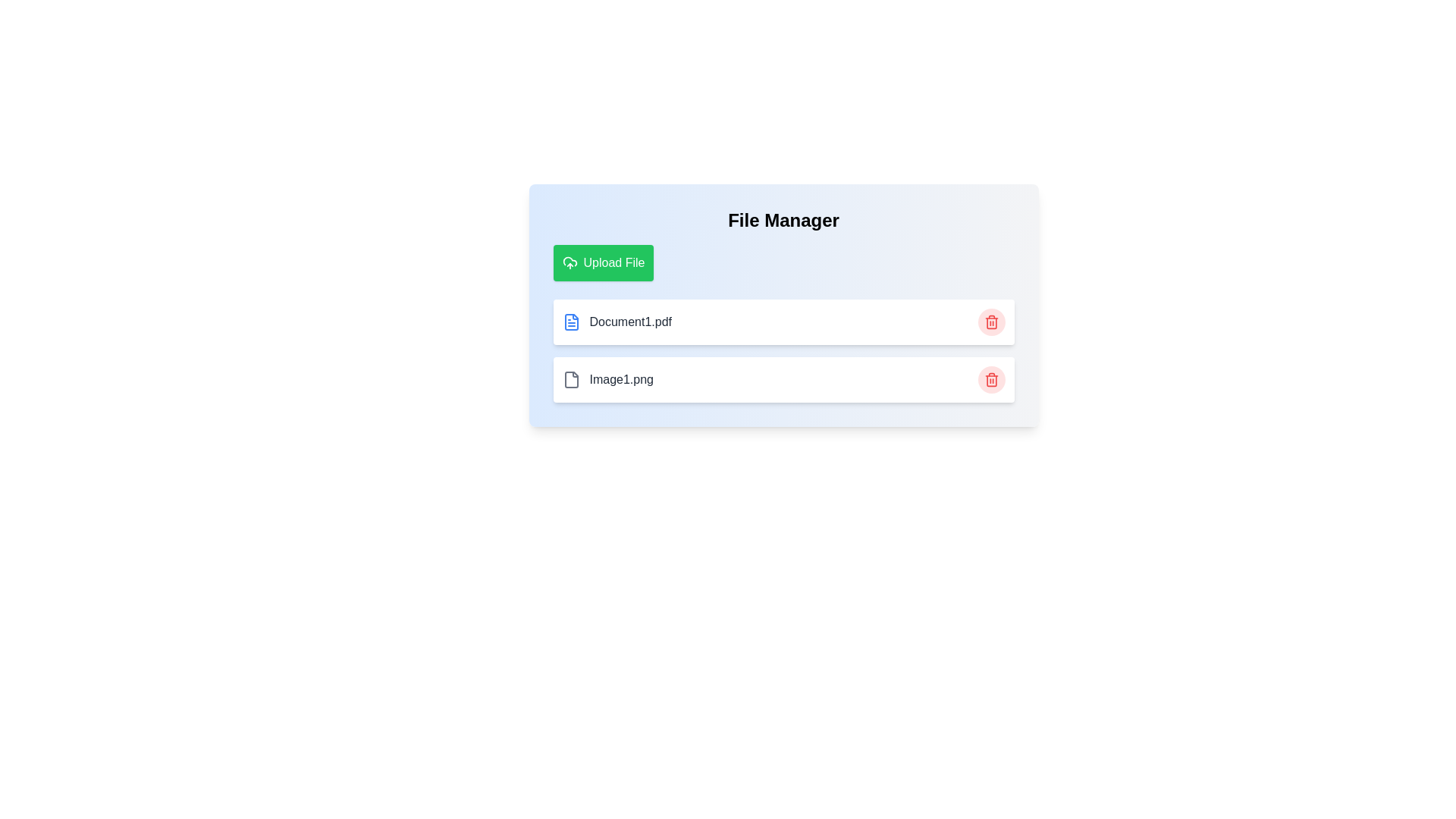 The height and width of the screenshot is (819, 1456). Describe the element at coordinates (617, 321) in the screenshot. I see `the file item displaying 'Document1.pdf'` at that location.